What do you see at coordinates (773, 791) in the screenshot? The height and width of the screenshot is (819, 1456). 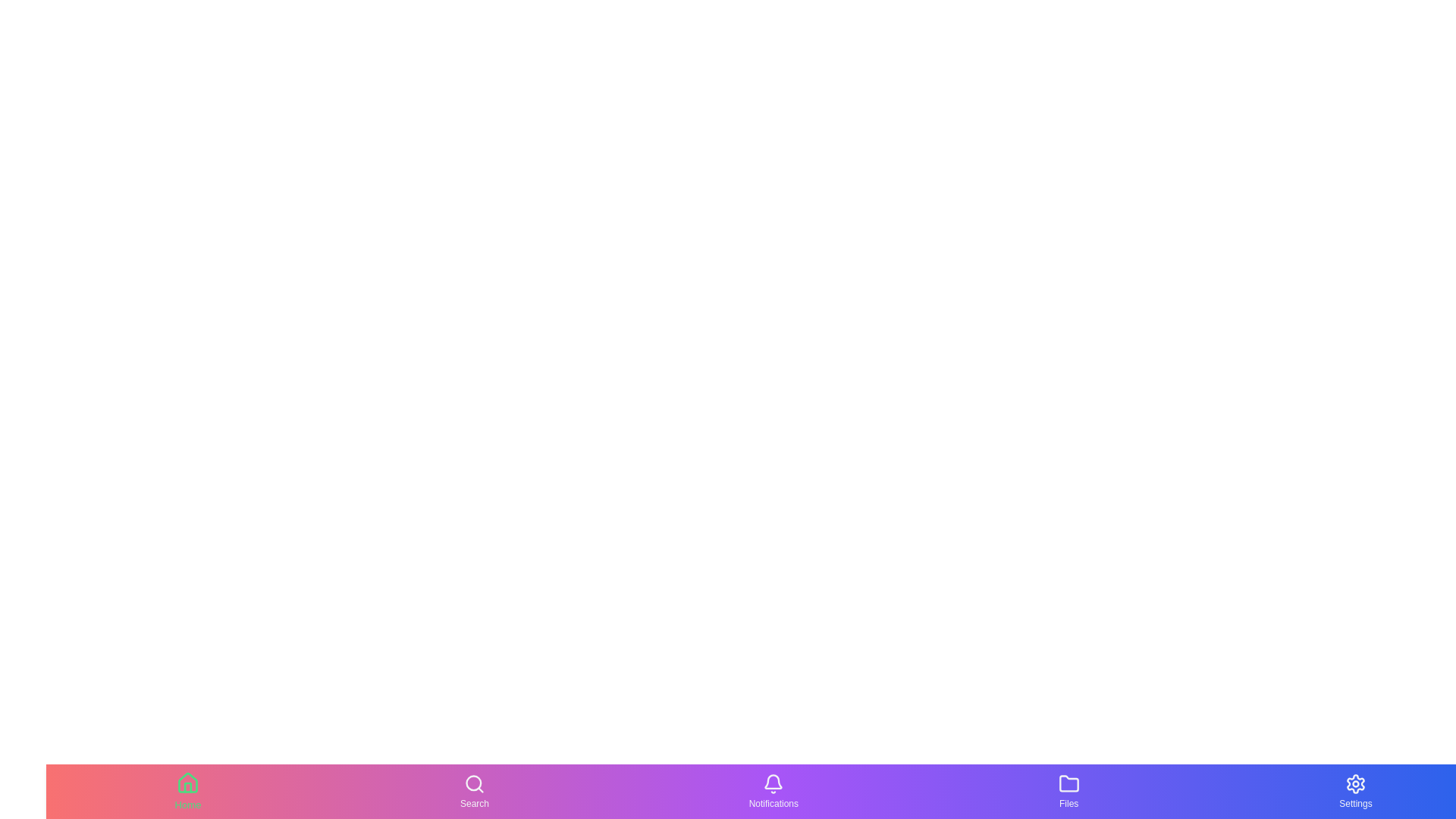 I see `the Notifications tab button to navigate to the corresponding section` at bounding box center [773, 791].